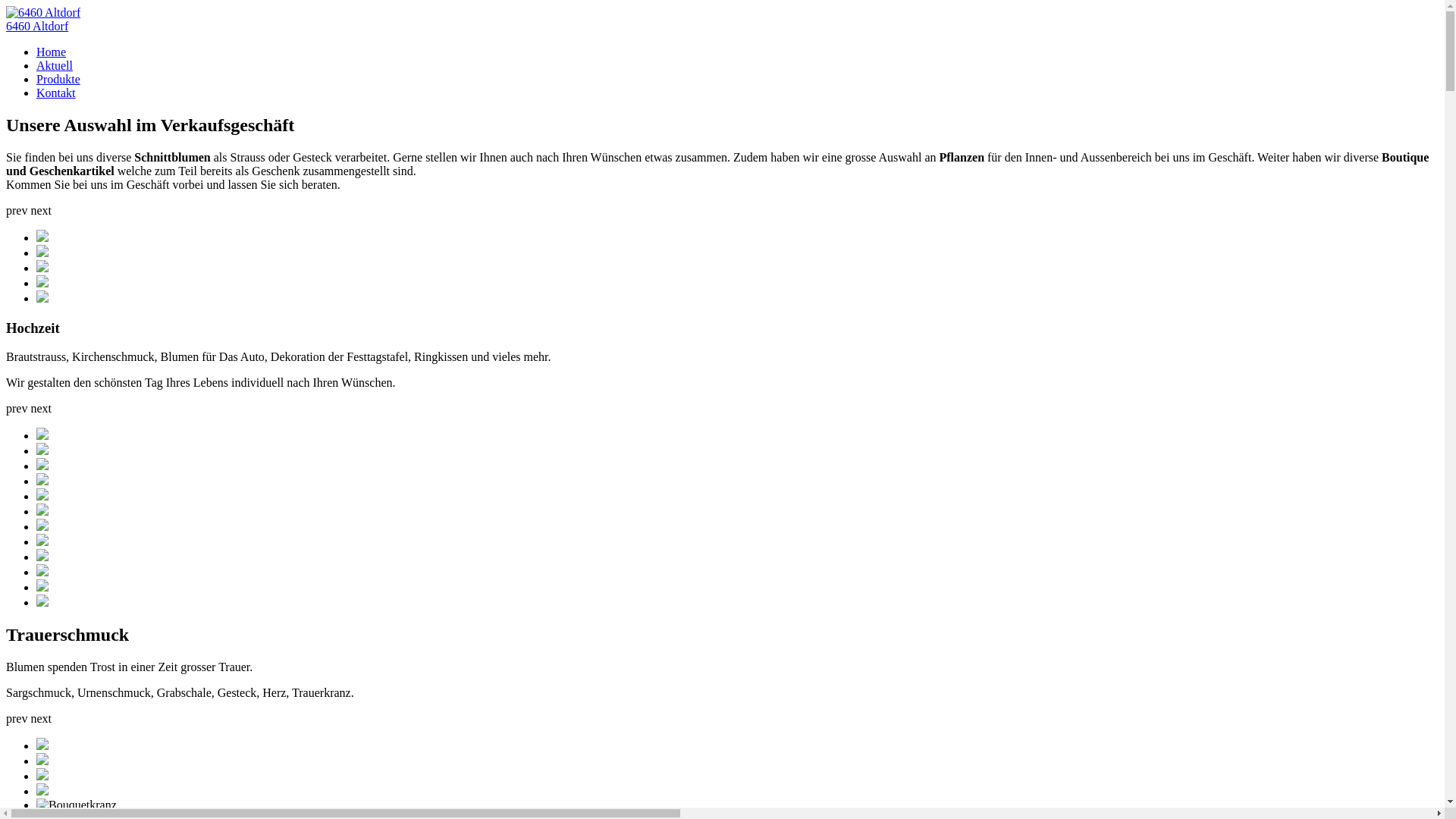  I want to click on 'Kontakt', so click(36, 93).